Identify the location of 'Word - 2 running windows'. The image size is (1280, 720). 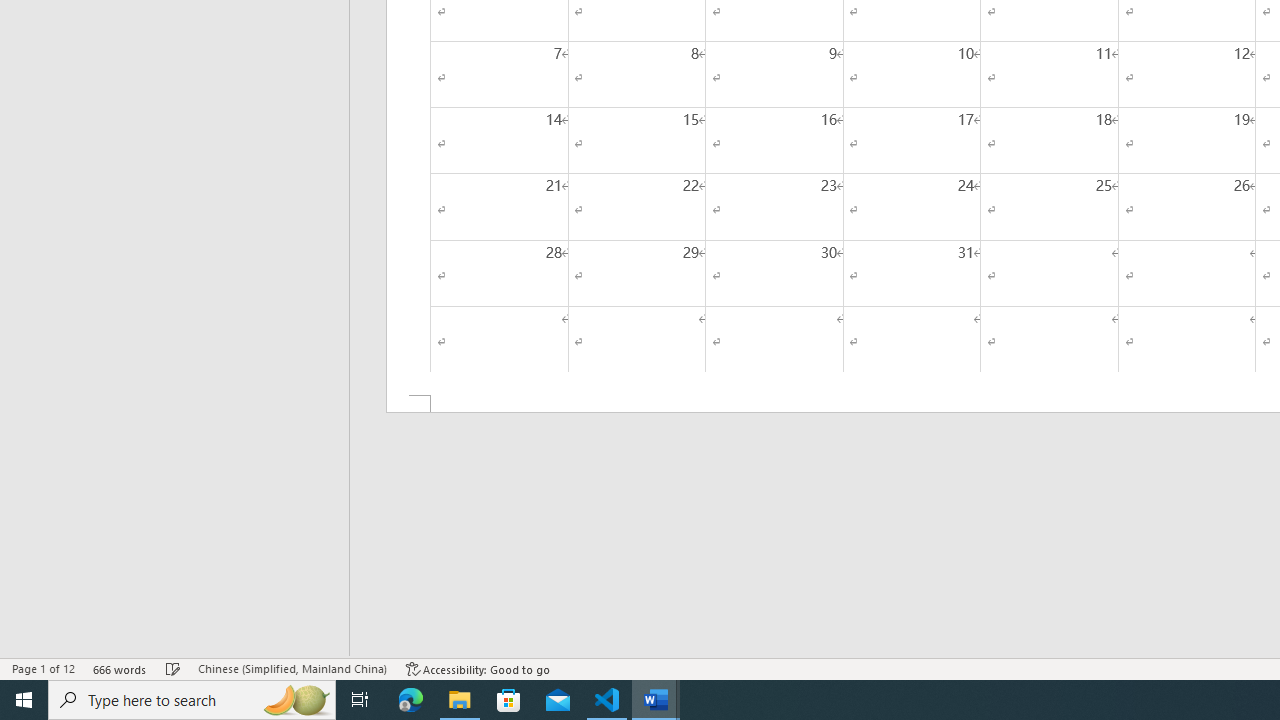
(656, 698).